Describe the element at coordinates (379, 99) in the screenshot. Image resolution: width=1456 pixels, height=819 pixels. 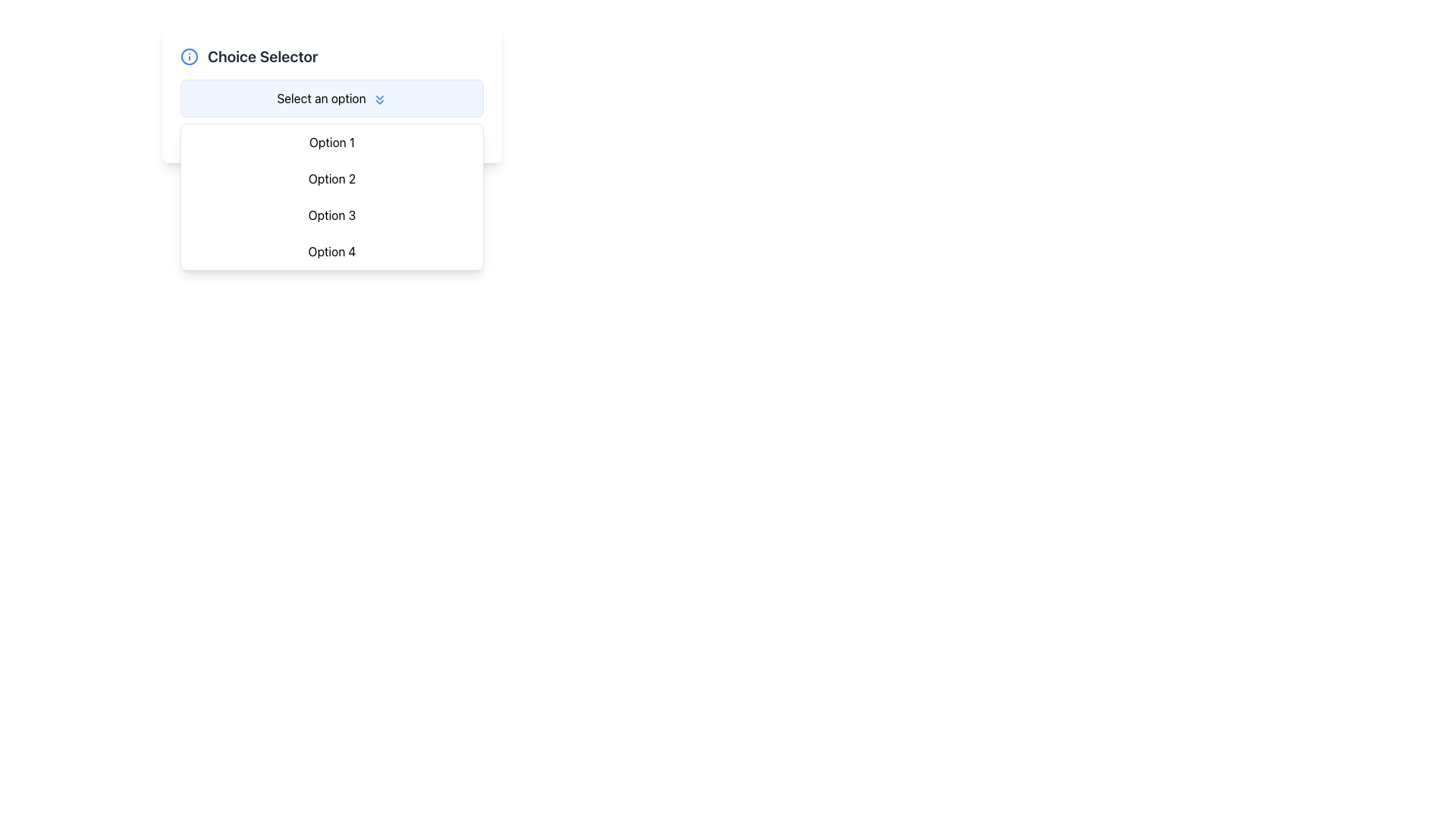
I see `the Dropdown toggle icon (double chevrons) styled in blue, located to the right of the text 'Select an option'` at that location.